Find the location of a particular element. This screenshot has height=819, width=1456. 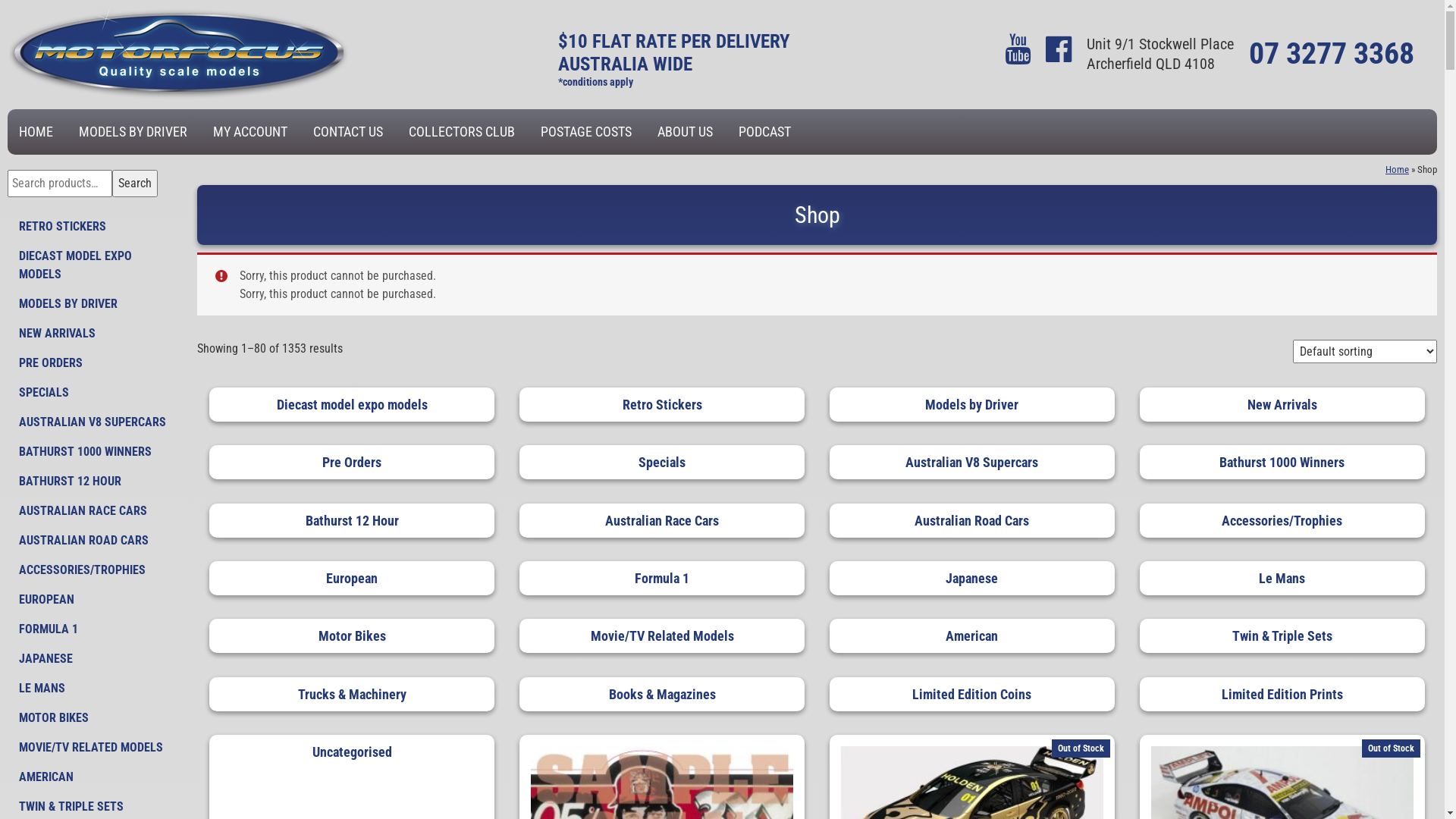

'Trucks & Machinery' is located at coordinates (351, 694).